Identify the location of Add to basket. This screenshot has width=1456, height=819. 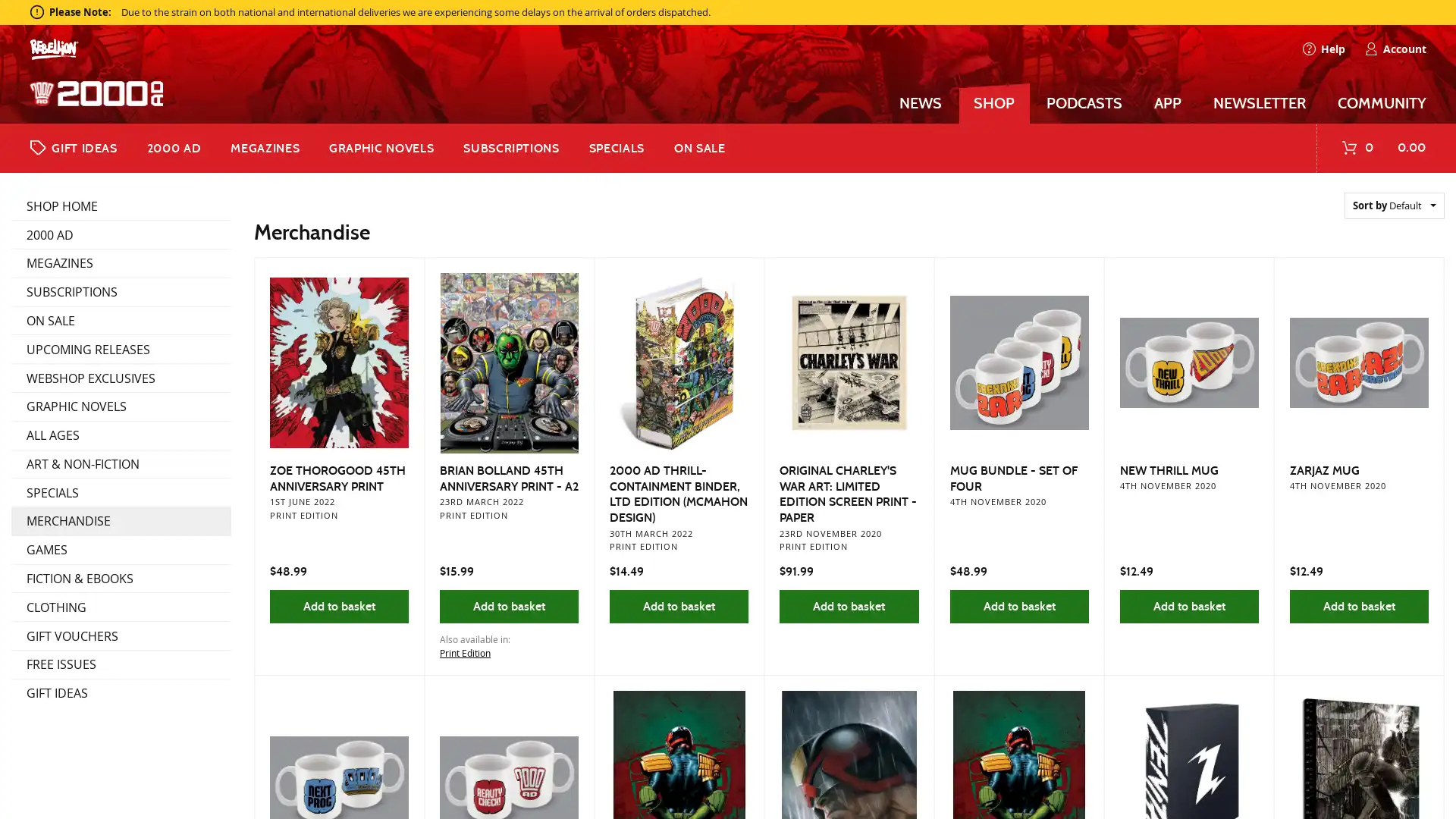
(848, 605).